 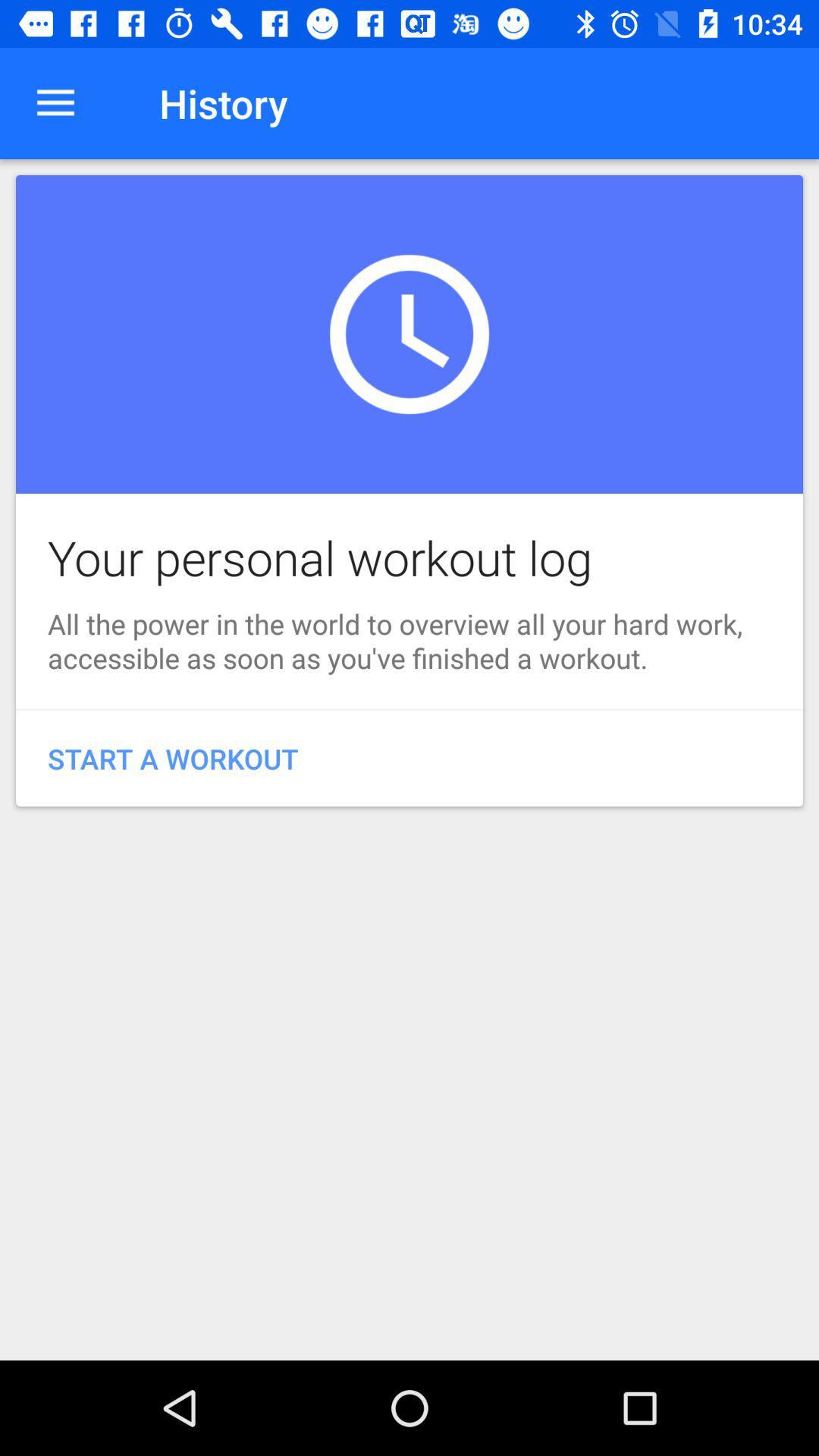 What do you see at coordinates (55, 102) in the screenshot?
I see `item to the left of the history item` at bounding box center [55, 102].